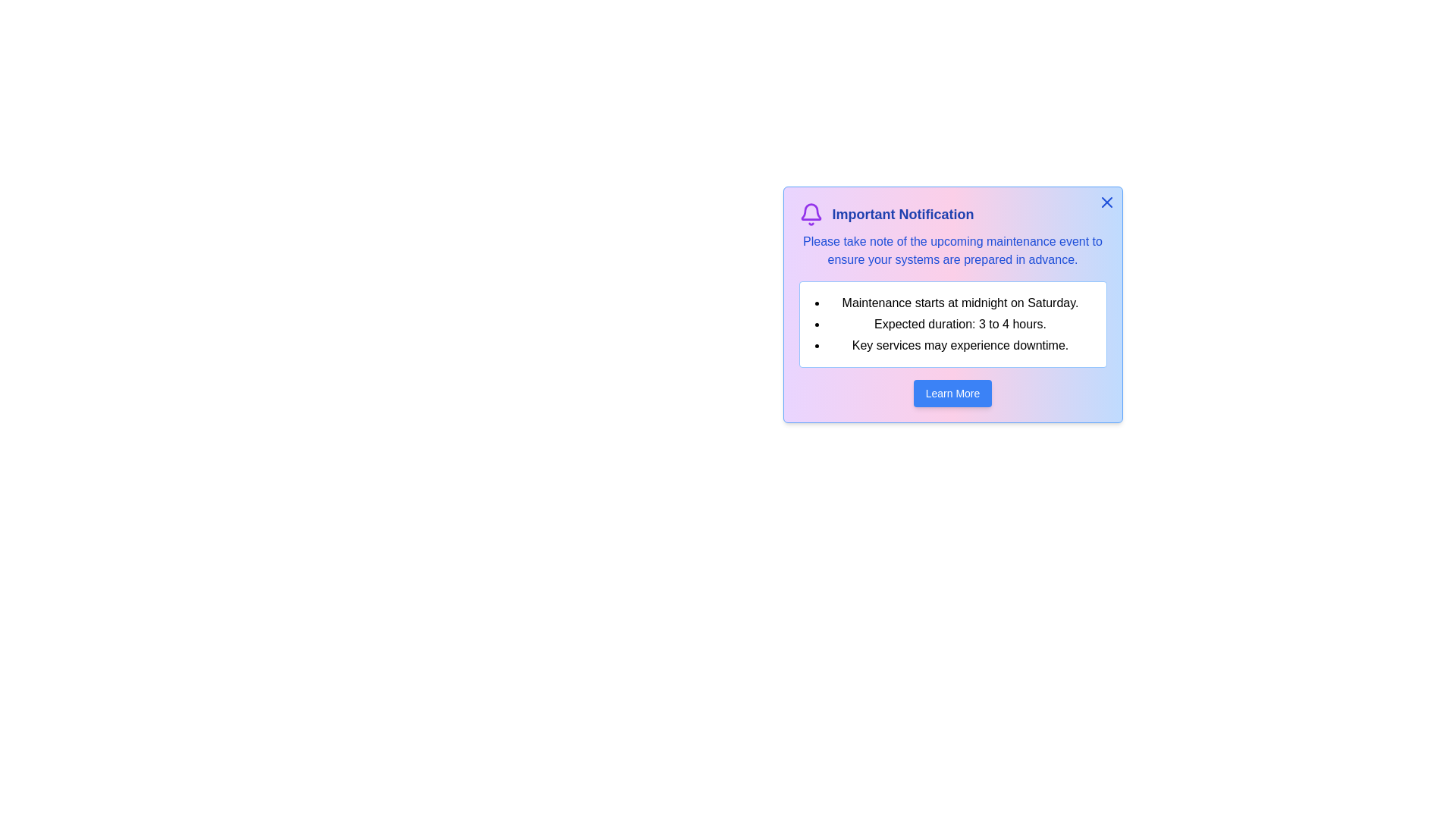 The image size is (1456, 819). What do you see at coordinates (1106, 201) in the screenshot?
I see `the dismiss button to close the alert` at bounding box center [1106, 201].